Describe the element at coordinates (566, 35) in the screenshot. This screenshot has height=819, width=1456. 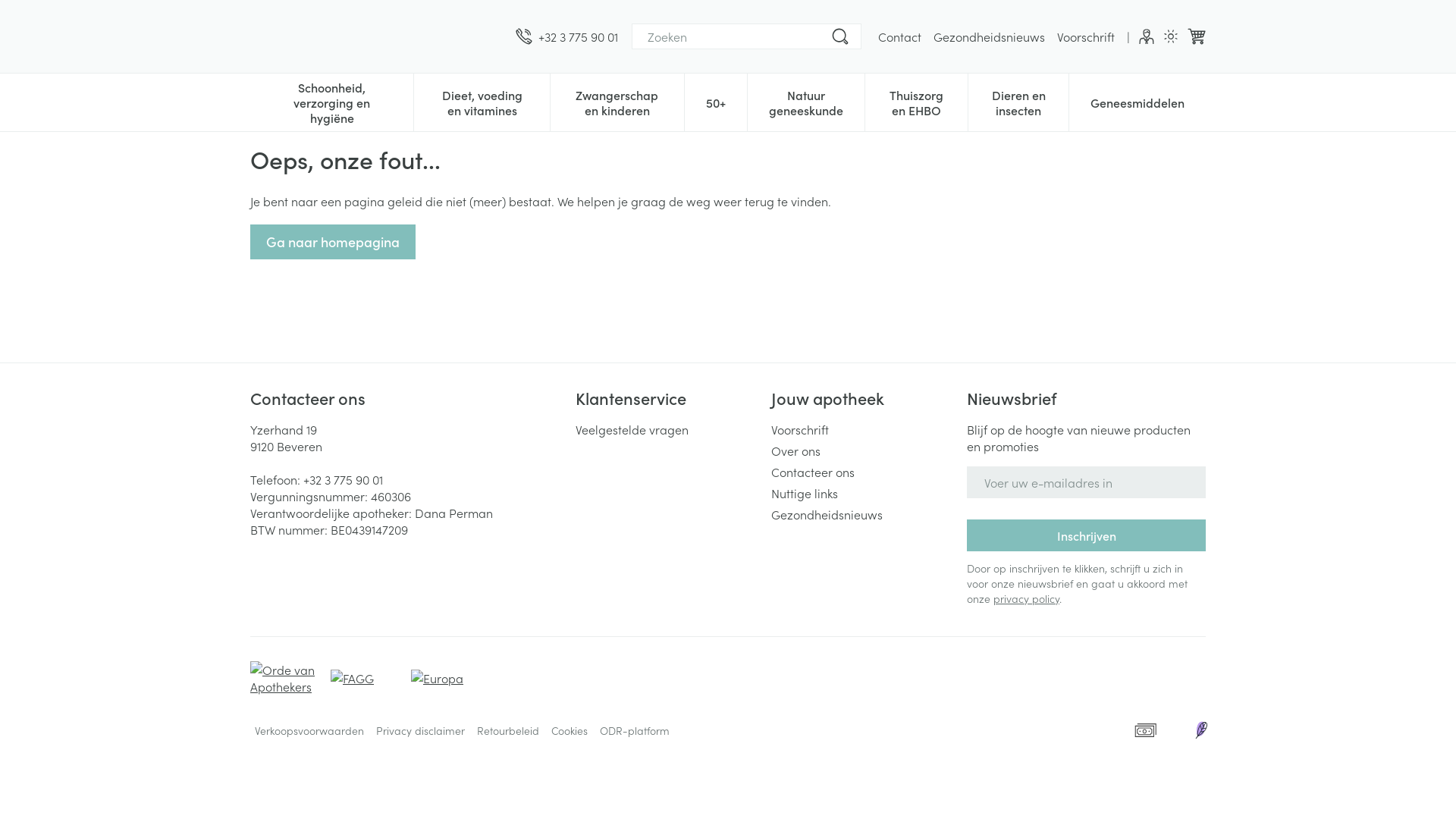
I see `'+32 3 775 90 01'` at that location.